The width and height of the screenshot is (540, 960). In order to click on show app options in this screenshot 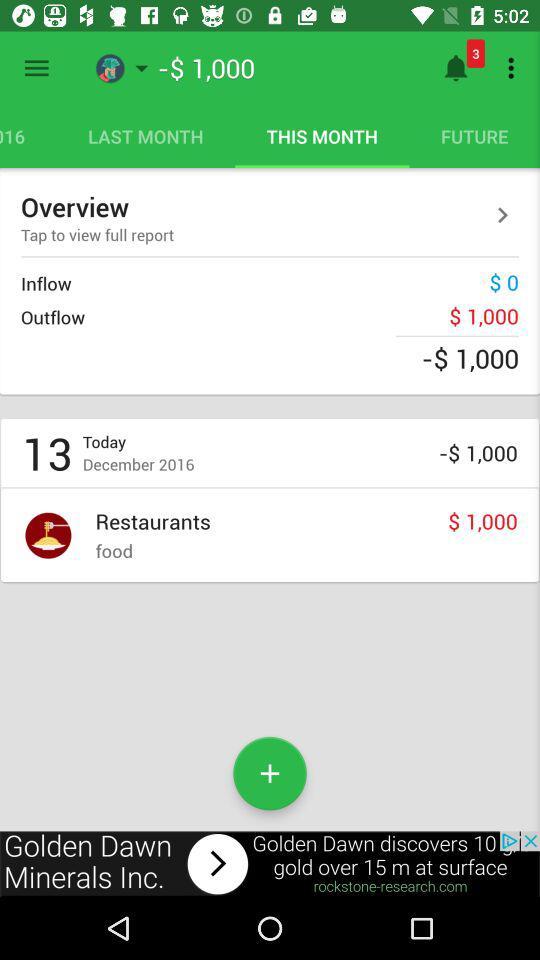, I will do `click(36, 68)`.